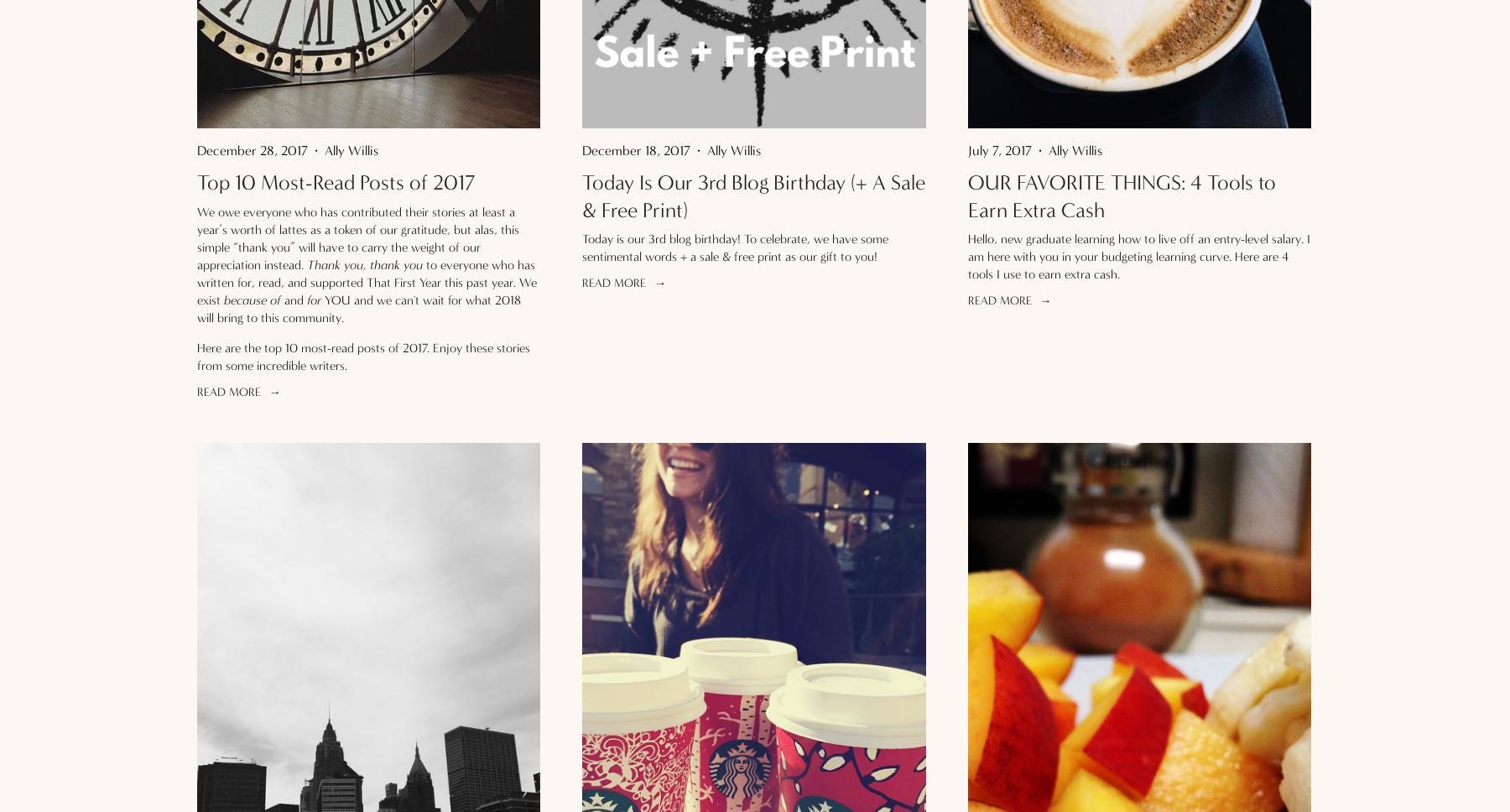  I want to click on 'December 18, 2017', so click(635, 149).